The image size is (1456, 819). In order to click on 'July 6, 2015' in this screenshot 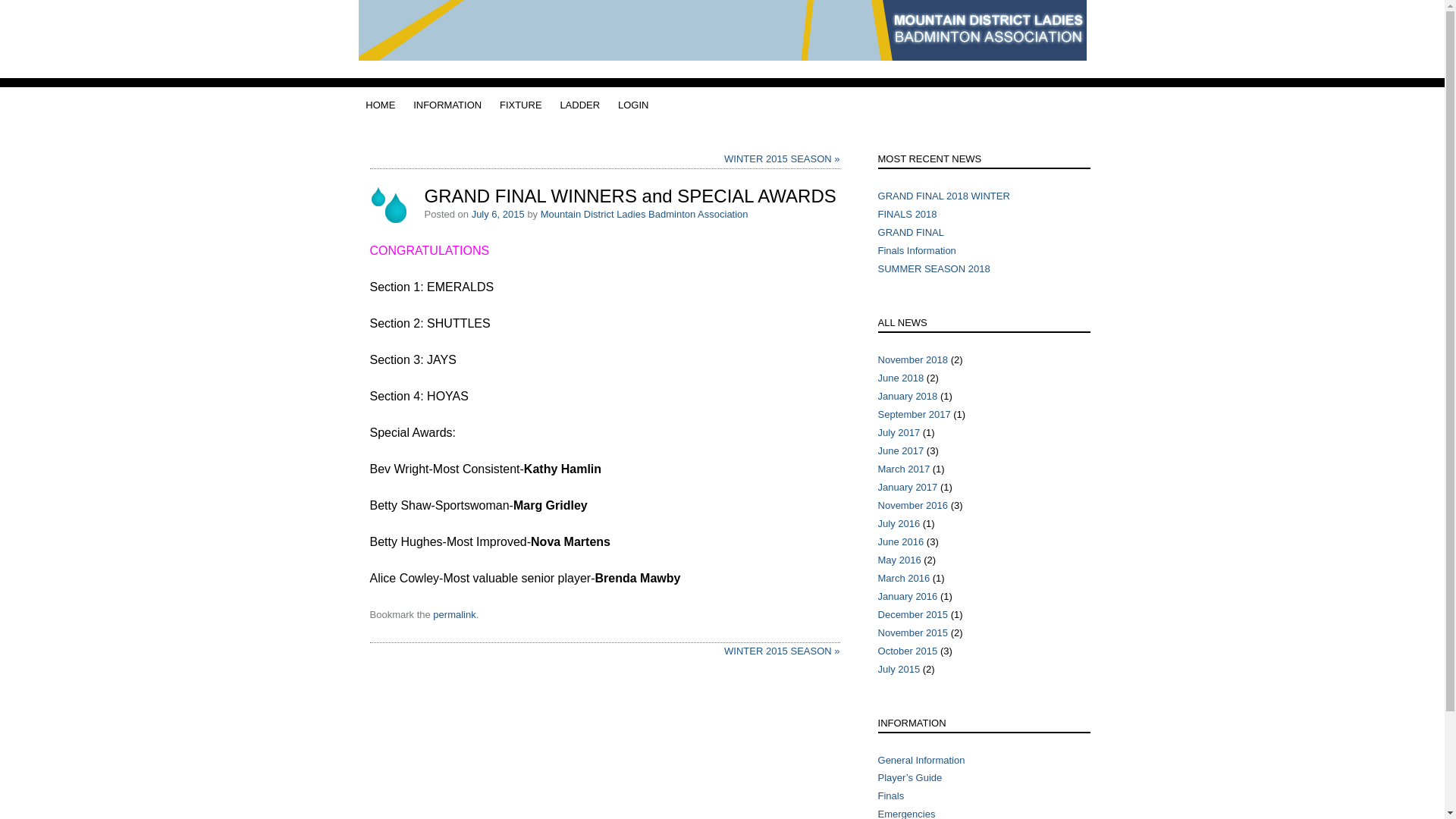, I will do `click(498, 214)`.